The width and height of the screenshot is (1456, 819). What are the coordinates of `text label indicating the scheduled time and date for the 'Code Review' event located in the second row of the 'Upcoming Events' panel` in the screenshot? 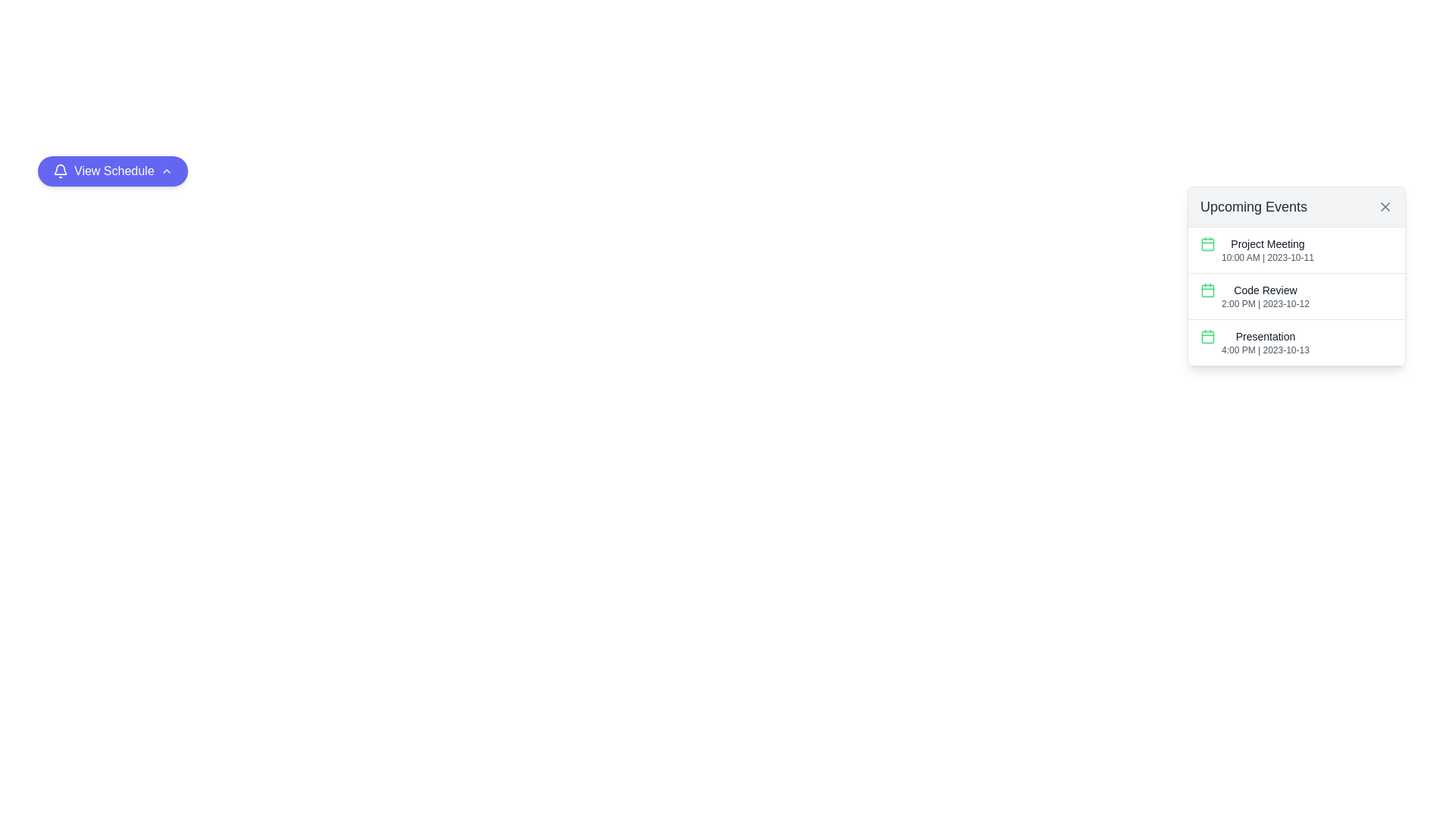 It's located at (1265, 304).